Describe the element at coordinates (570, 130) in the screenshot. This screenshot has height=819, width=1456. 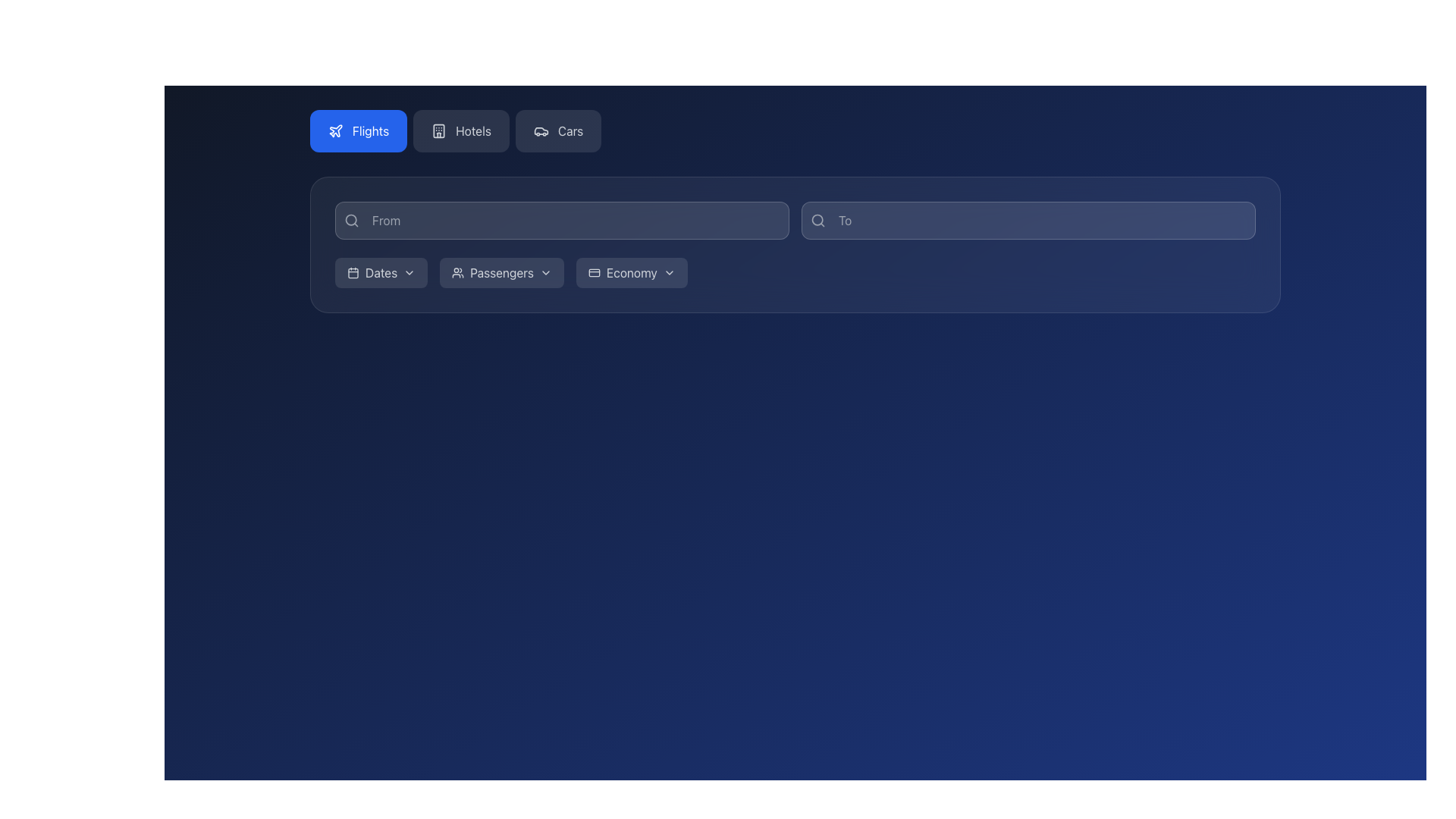
I see `the 'Cars' text label, which is styled in light gray over a dark background and located at the rightmost side of the horizontal menu bar` at that location.